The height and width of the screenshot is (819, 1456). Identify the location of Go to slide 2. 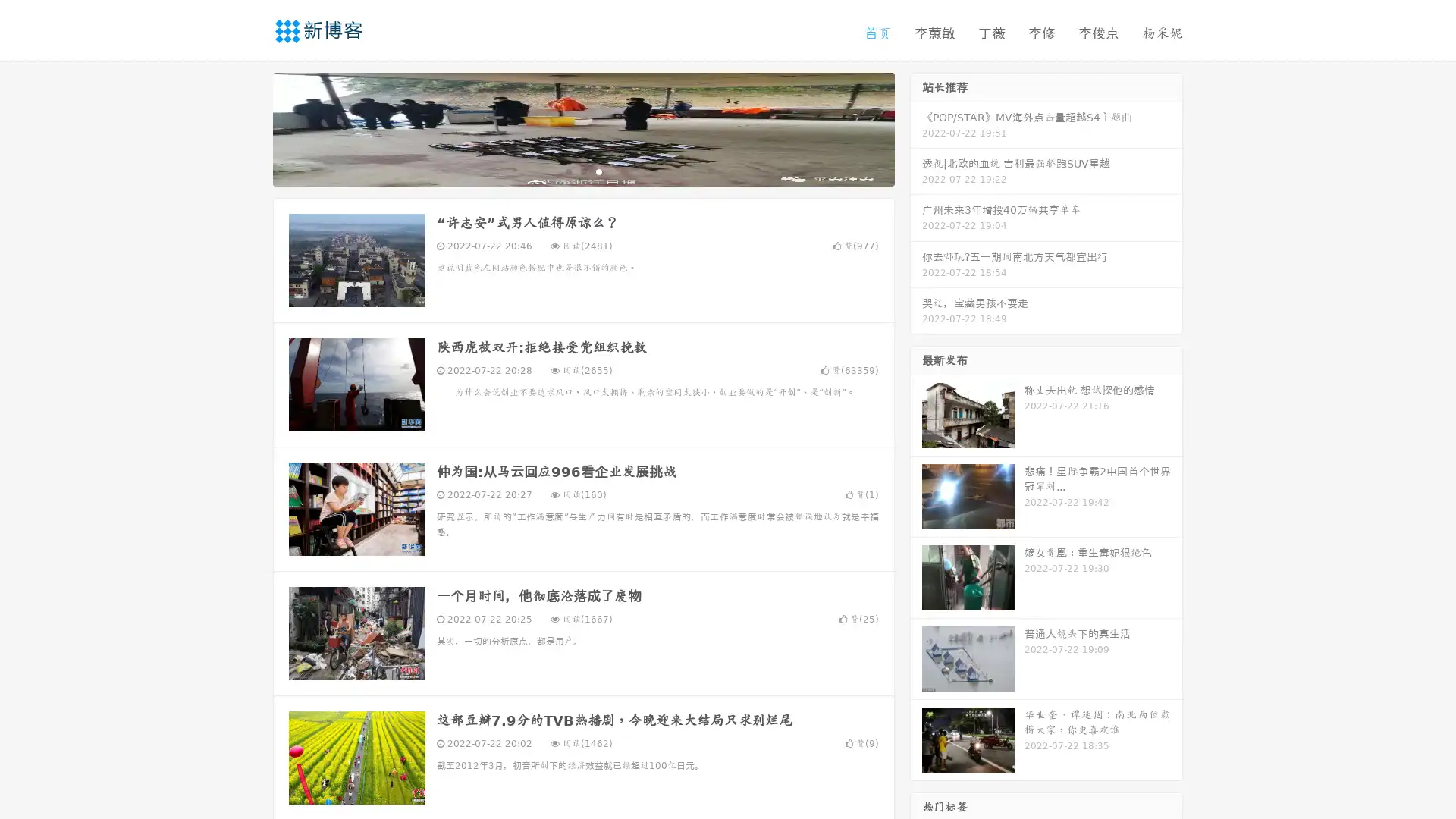
(582, 171).